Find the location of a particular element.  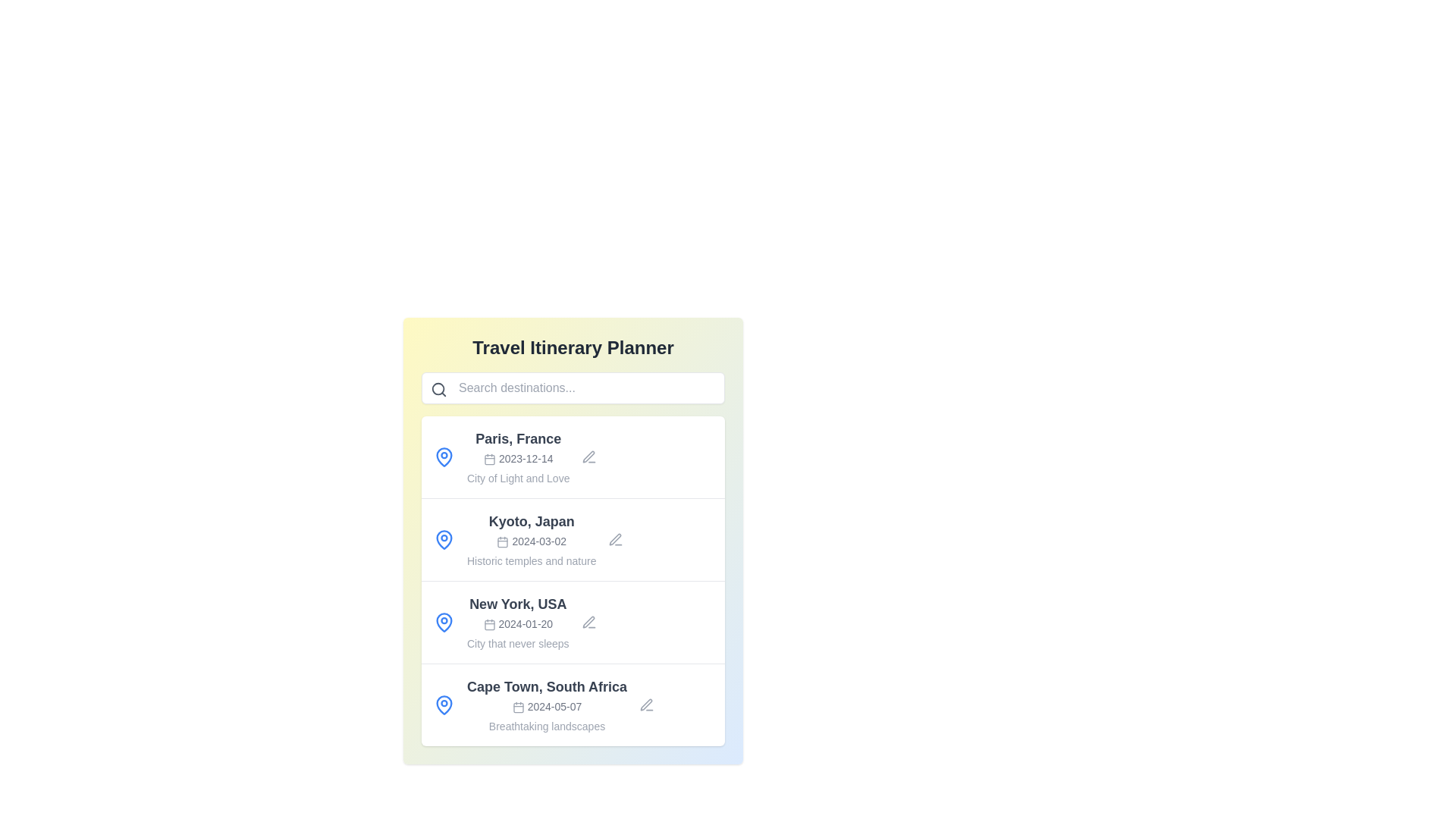

the graphical icon component of the calendar icon that is positioned to the left of the date '2024-01-20', which is part of the 'New York, USA' itinerary entry is located at coordinates (489, 625).